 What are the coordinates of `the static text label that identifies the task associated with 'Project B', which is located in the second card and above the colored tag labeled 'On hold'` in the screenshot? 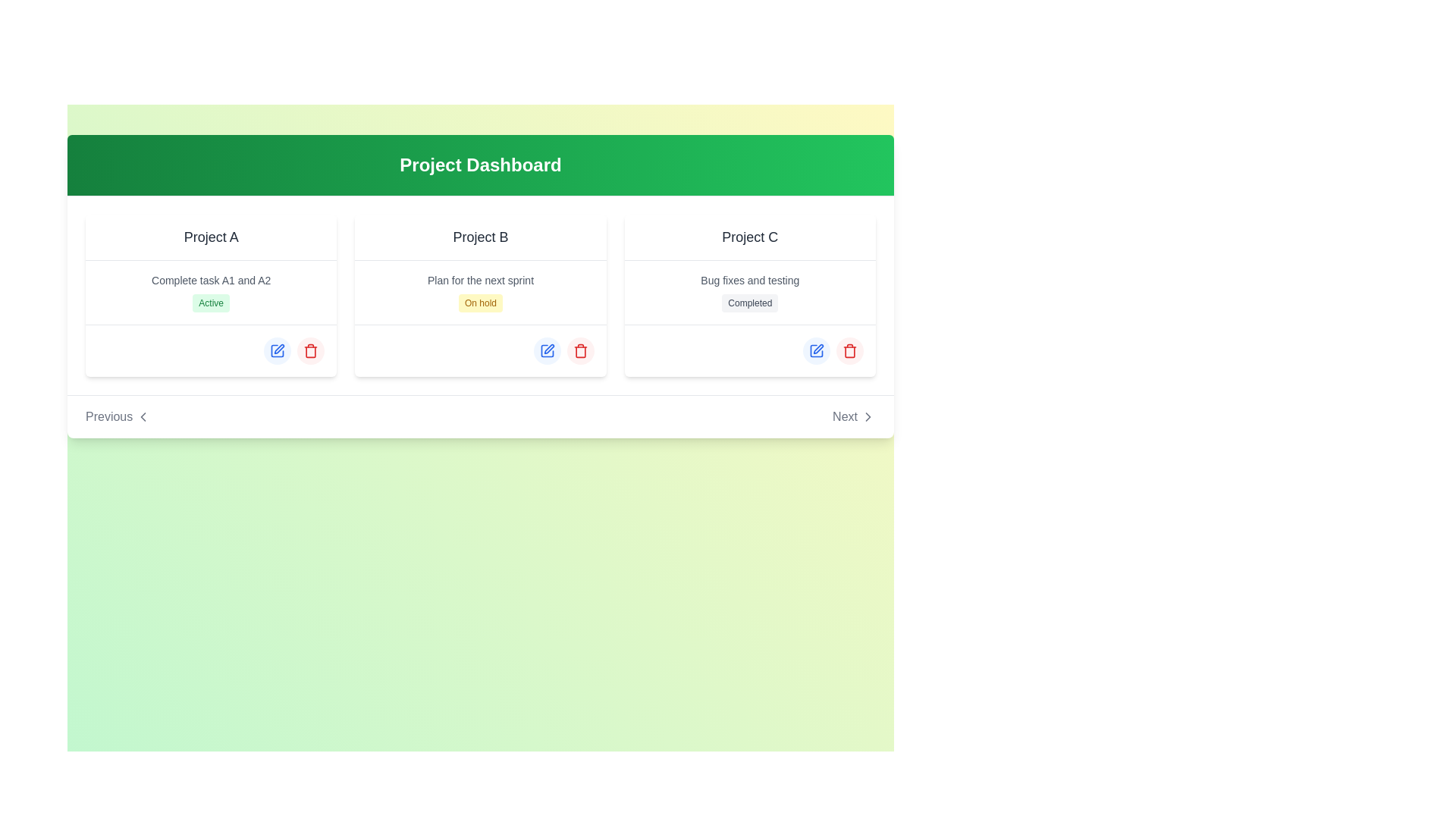 It's located at (479, 281).